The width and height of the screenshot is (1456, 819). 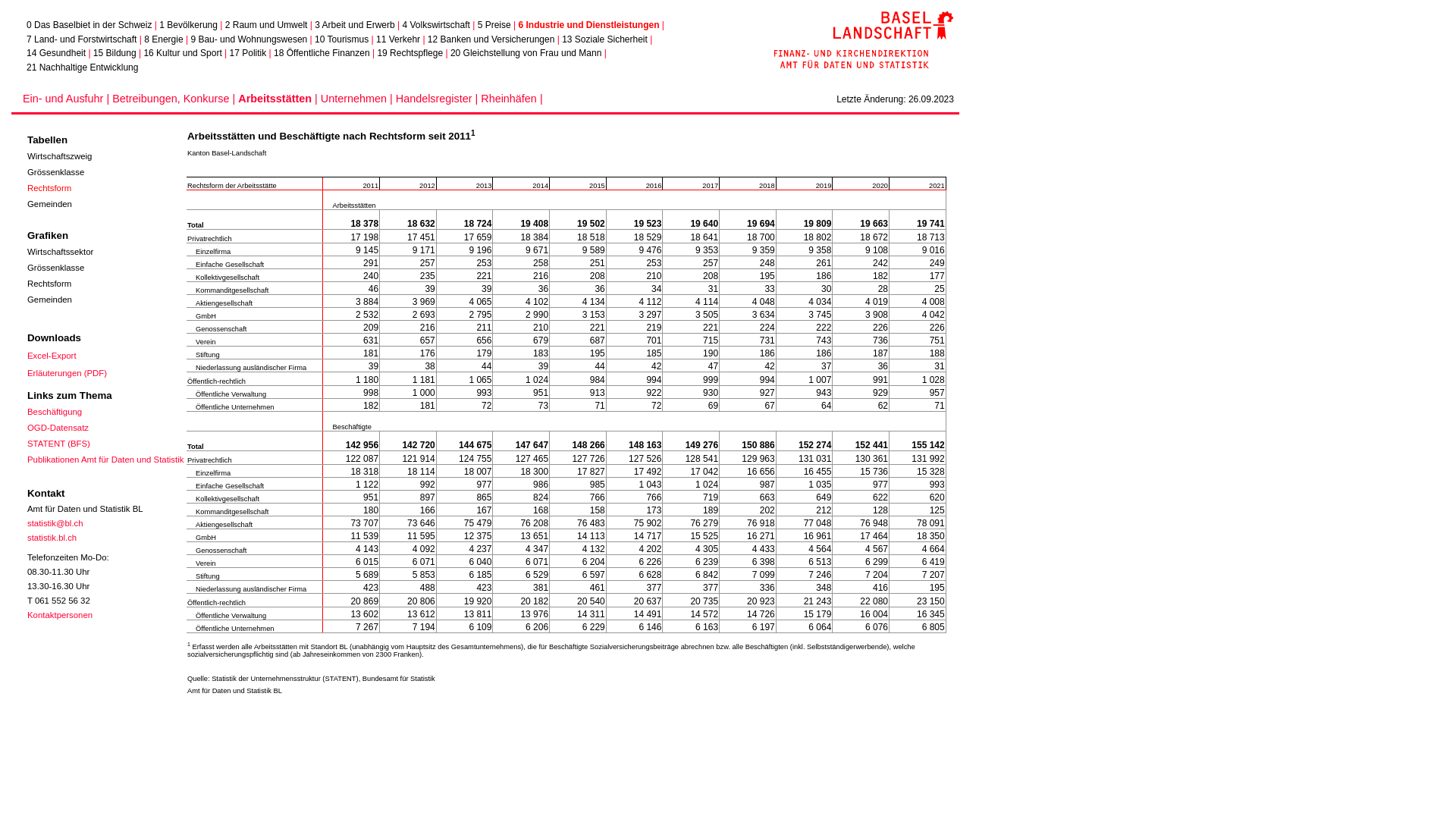 What do you see at coordinates (58, 445) in the screenshot?
I see `'STATENT (BFS)'` at bounding box center [58, 445].